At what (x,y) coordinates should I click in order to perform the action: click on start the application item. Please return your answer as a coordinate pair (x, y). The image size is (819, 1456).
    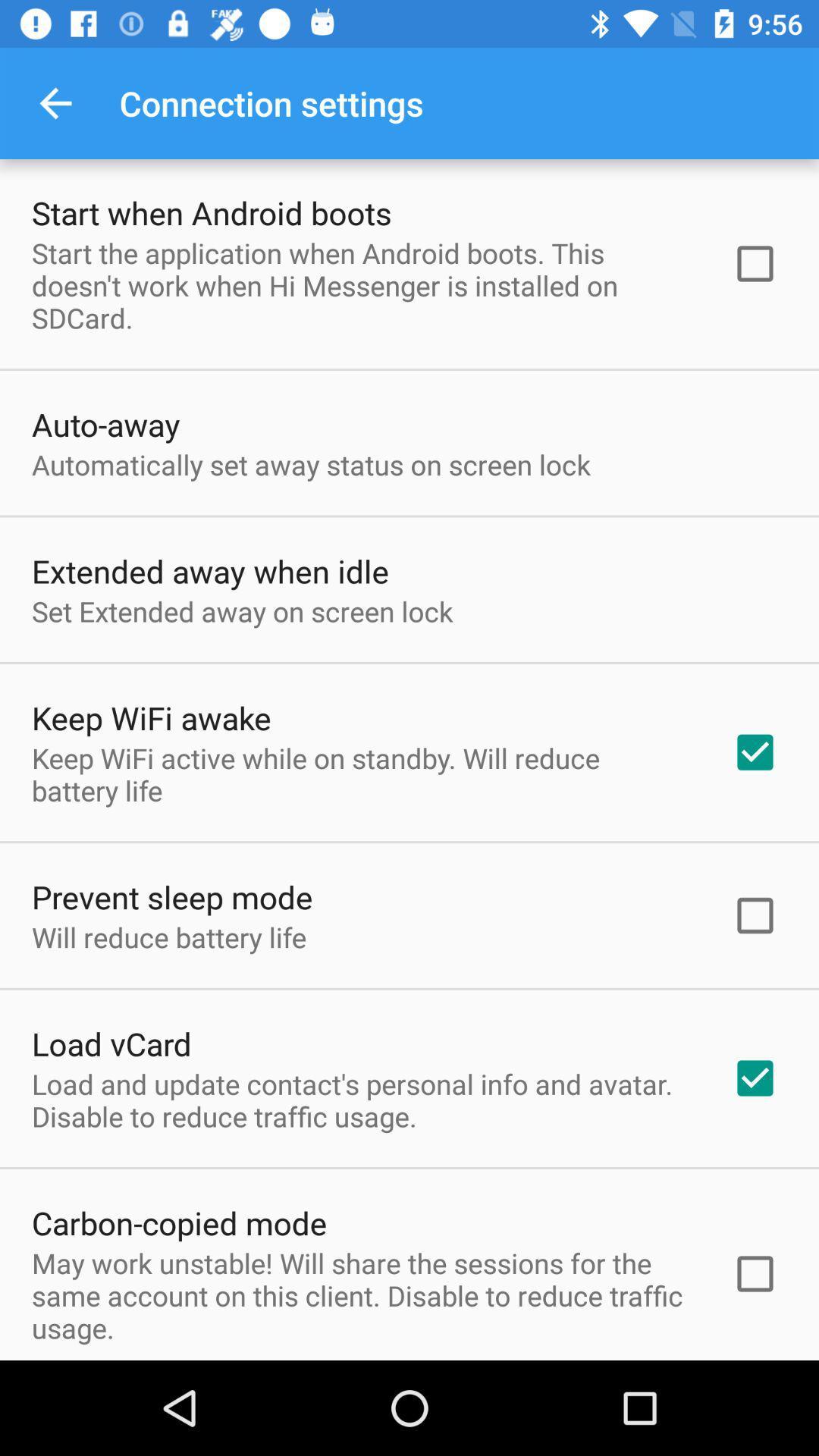
    Looking at the image, I should click on (362, 285).